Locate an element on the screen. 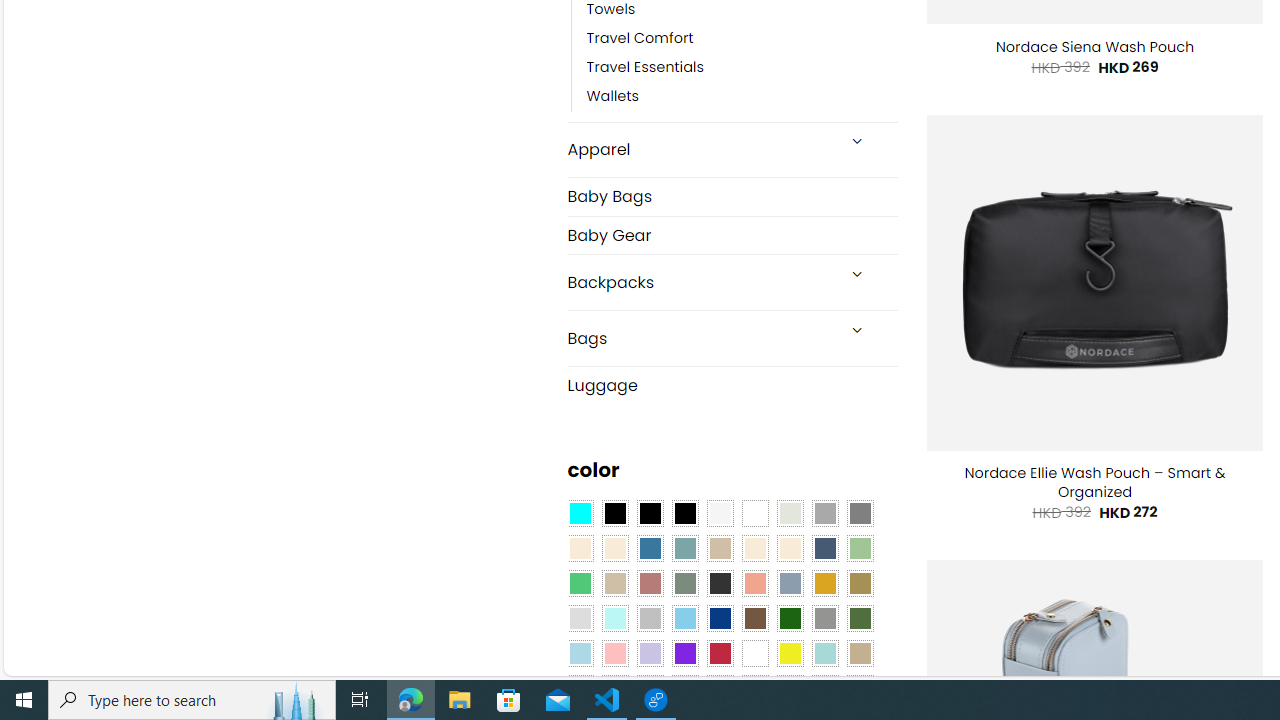  'Light Gray' is located at coordinates (578, 618).